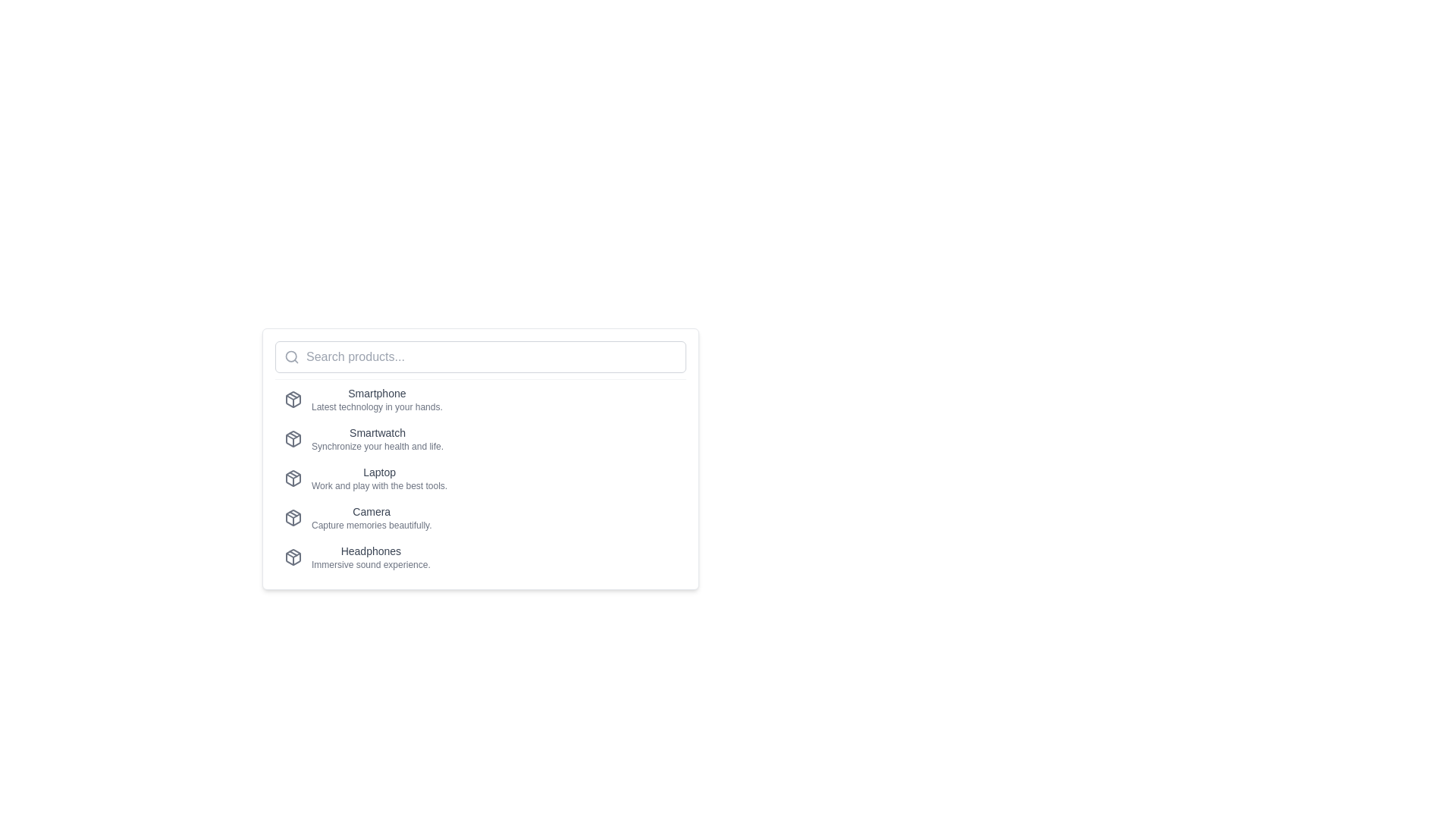 The height and width of the screenshot is (819, 1456). Describe the element at coordinates (293, 557) in the screenshot. I see `the 'Headphones' icon, which visually represents the 'Headphones' list item and is positioned to the left of the text 'Headphones' and 'Immersive sound experience.'` at that location.